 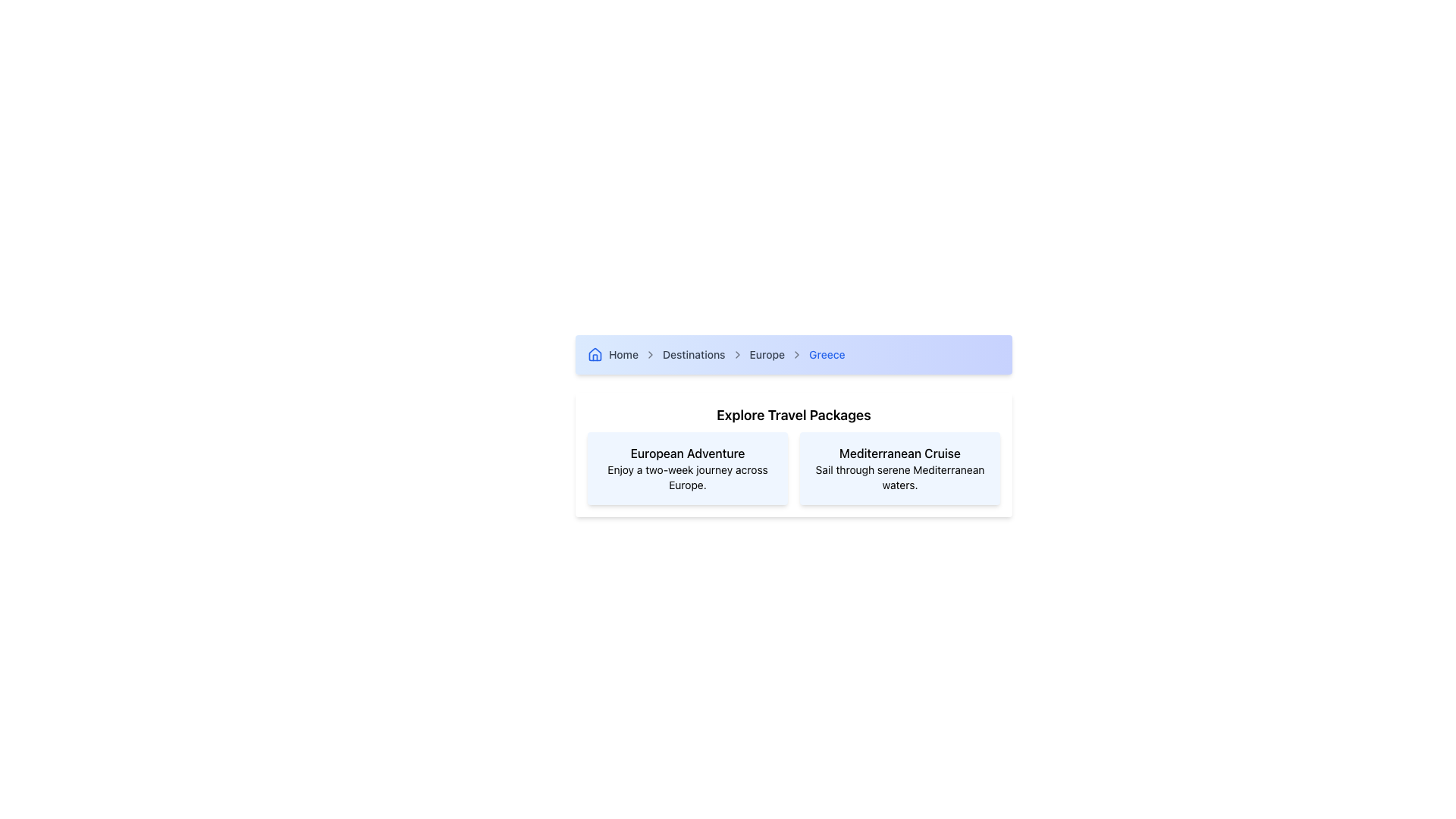 What do you see at coordinates (899, 476) in the screenshot?
I see `the text line that says 'Sail through serene Mediterranean waters.' located beneath the header 'Mediterranean Cruise' in the respective card` at bounding box center [899, 476].